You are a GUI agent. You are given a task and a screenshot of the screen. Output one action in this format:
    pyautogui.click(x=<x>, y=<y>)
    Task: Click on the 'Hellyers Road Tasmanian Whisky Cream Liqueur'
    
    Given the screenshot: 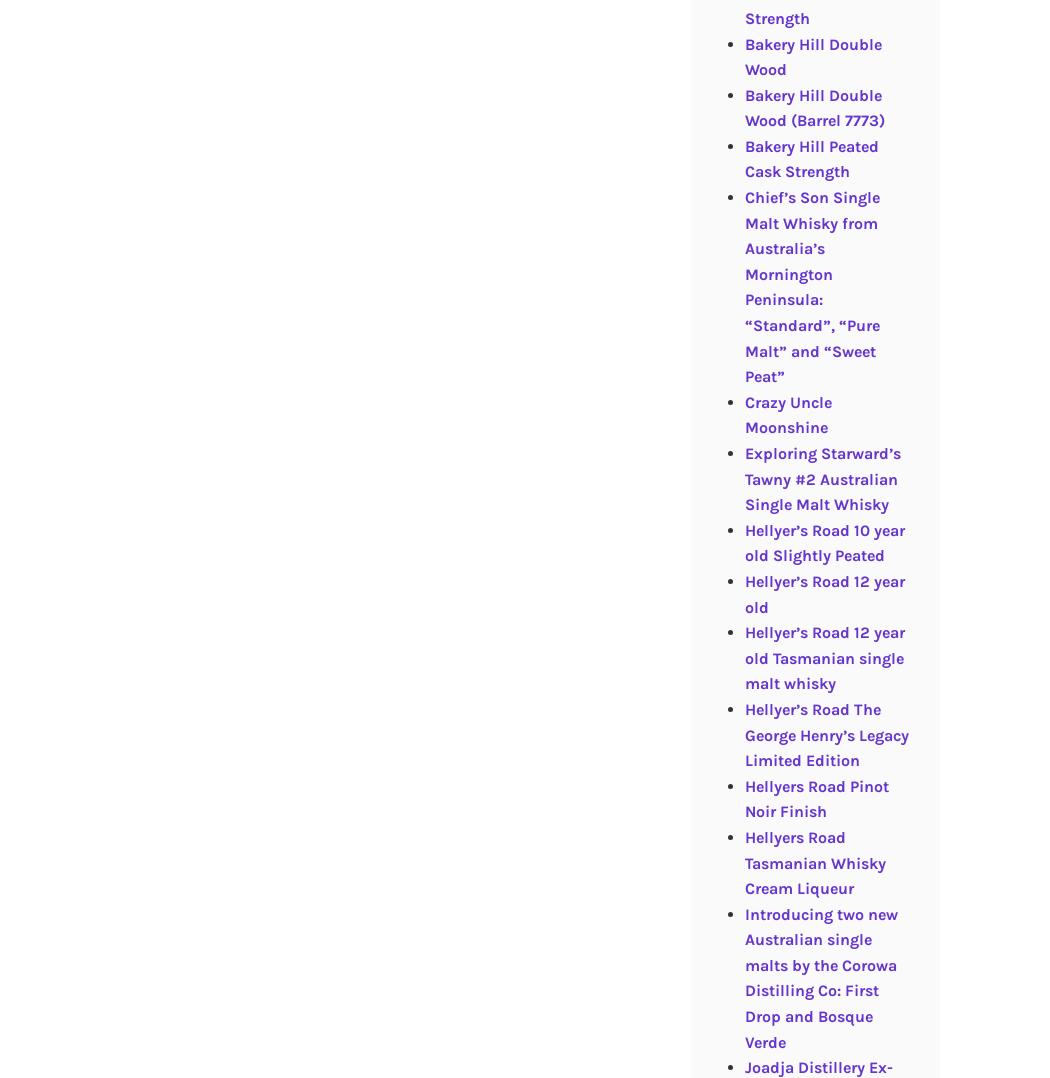 What is the action you would take?
    pyautogui.click(x=743, y=861)
    